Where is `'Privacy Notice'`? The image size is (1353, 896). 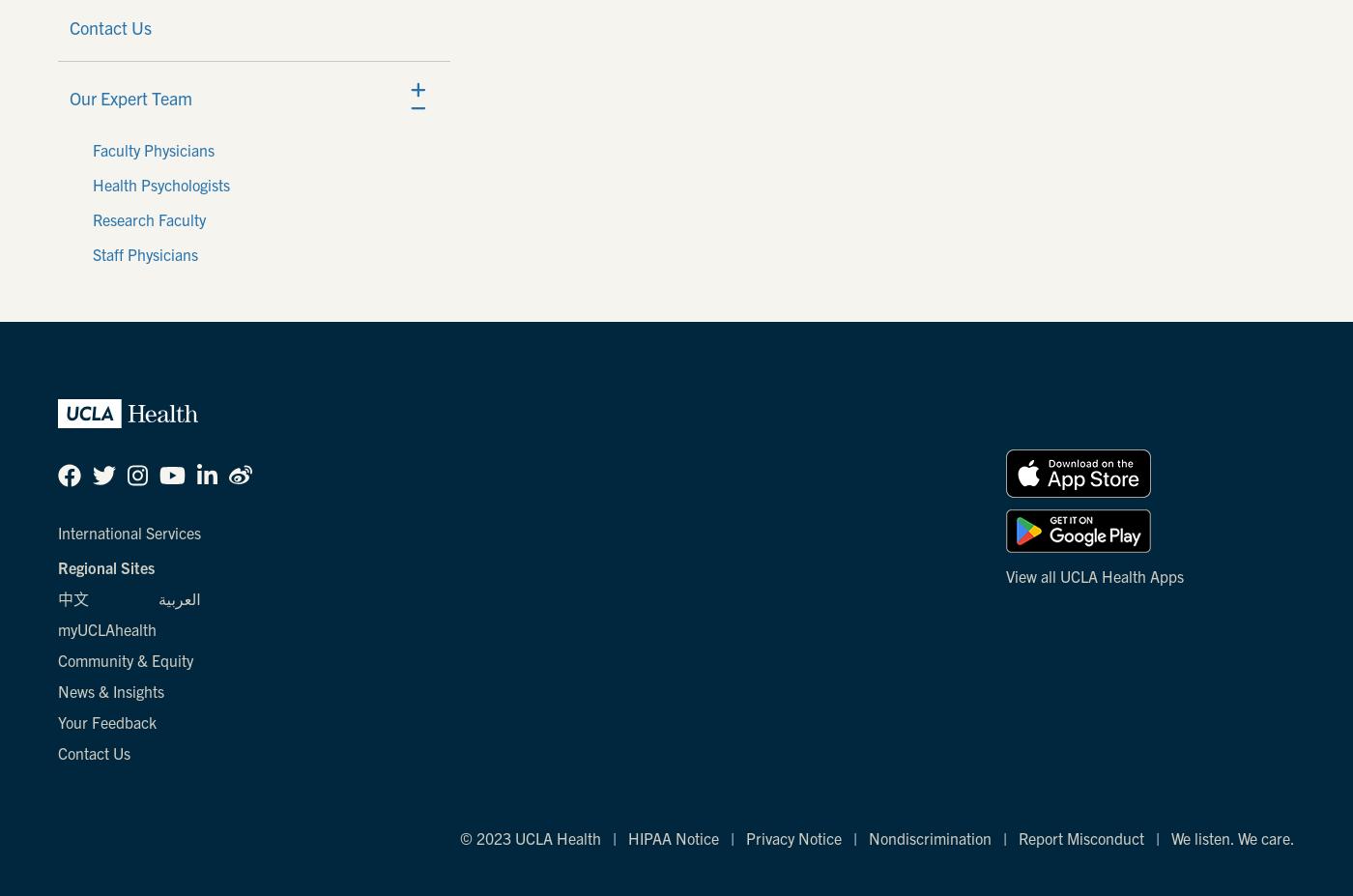 'Privacy Notice' is located at coordinates (793, 838).